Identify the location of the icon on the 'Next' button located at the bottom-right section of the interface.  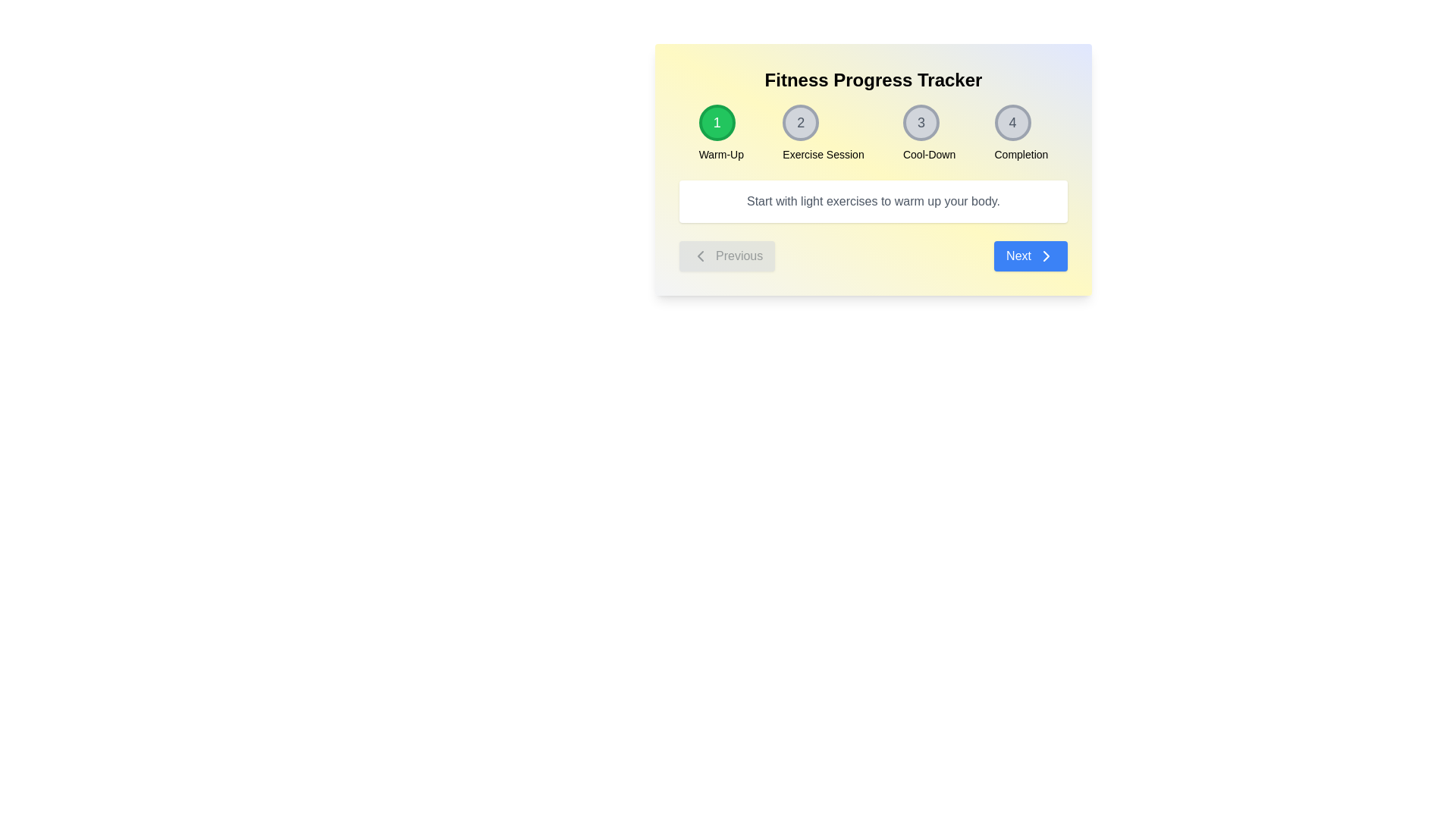
(1046, 256).